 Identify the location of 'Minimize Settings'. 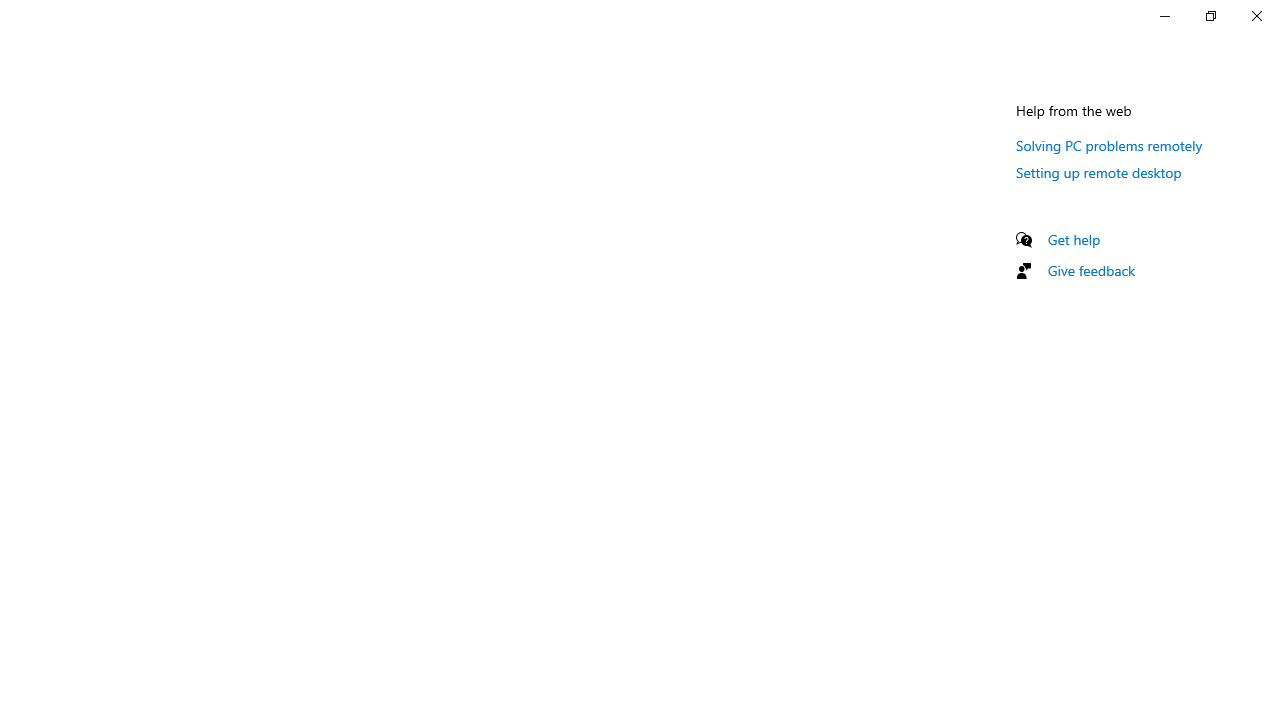
(1164, 15).